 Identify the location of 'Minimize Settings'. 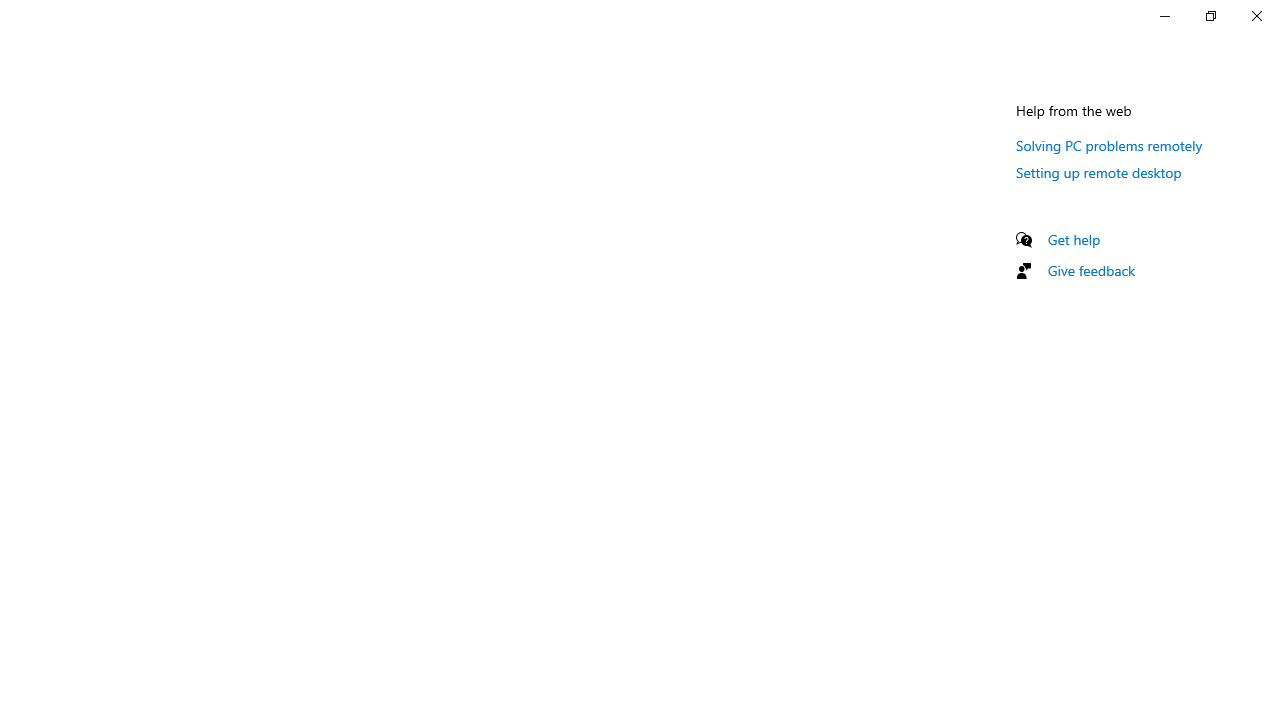
(1164, 15).